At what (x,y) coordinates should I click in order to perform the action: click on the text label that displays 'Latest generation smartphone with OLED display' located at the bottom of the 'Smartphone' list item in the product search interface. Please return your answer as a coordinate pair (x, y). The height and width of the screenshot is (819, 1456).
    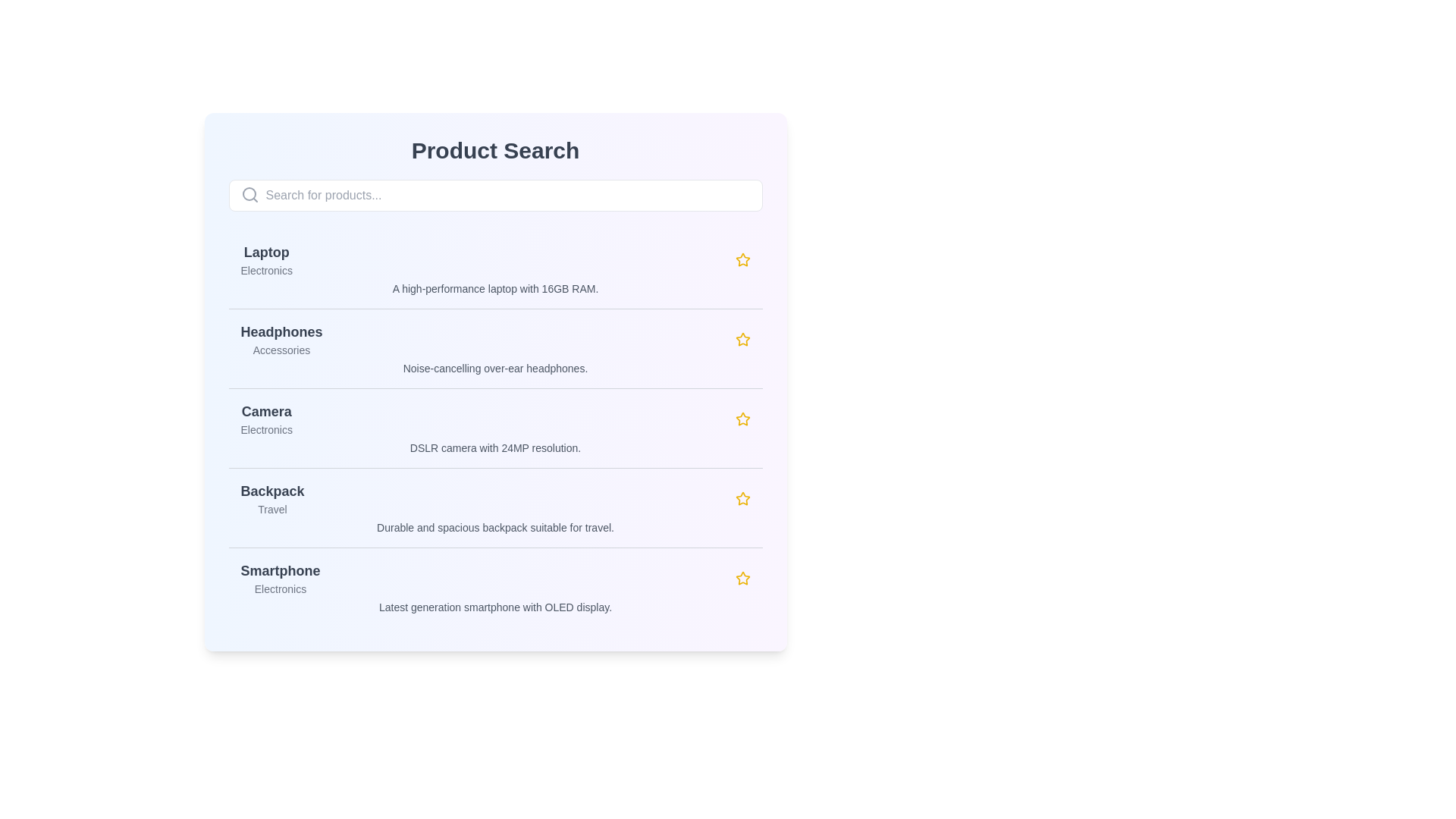
    Looking at the image, I should click on (495, 607).